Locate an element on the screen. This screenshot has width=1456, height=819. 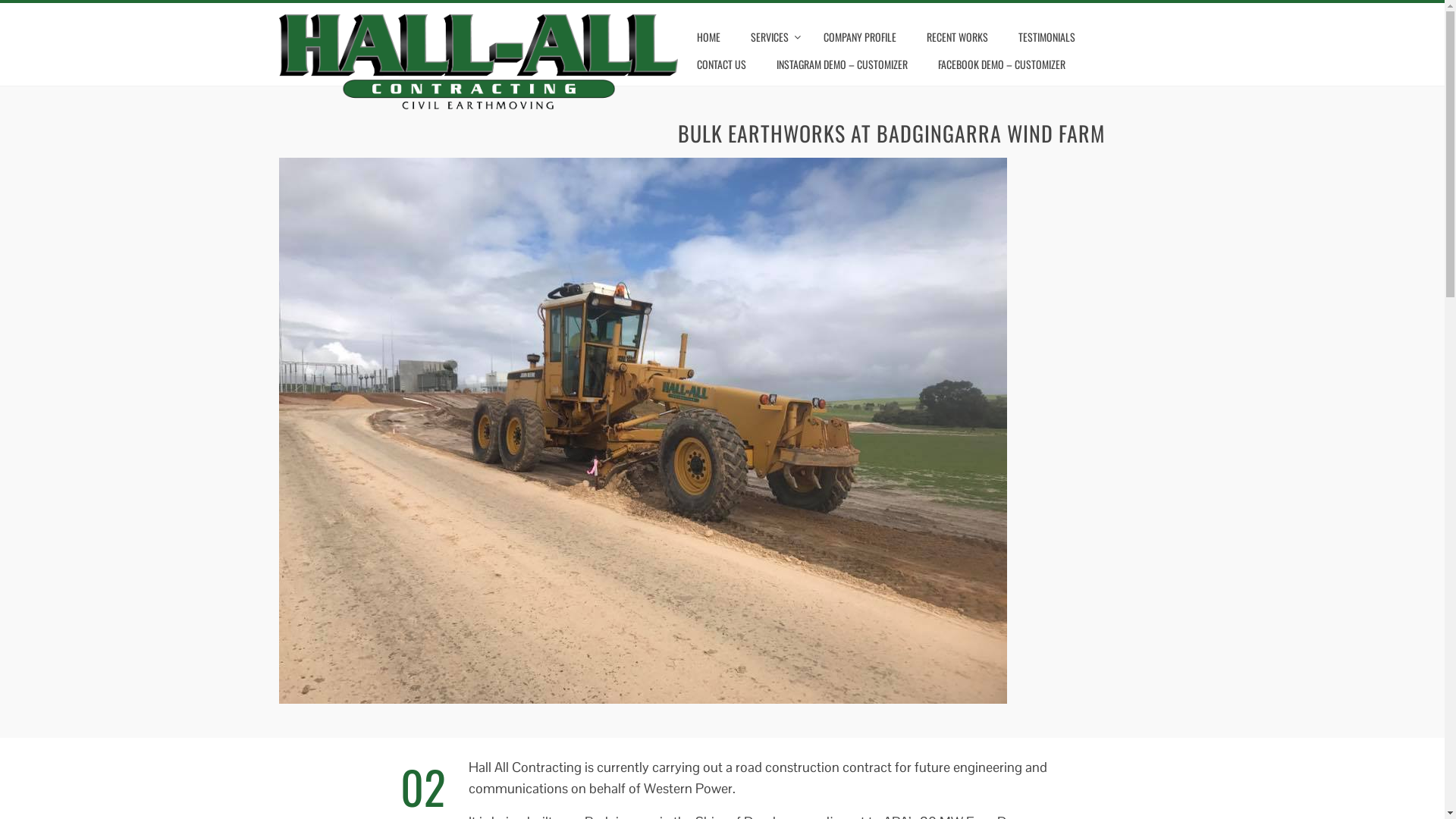
'COMPANY PROFILE' is located at coordinates (859, 36).